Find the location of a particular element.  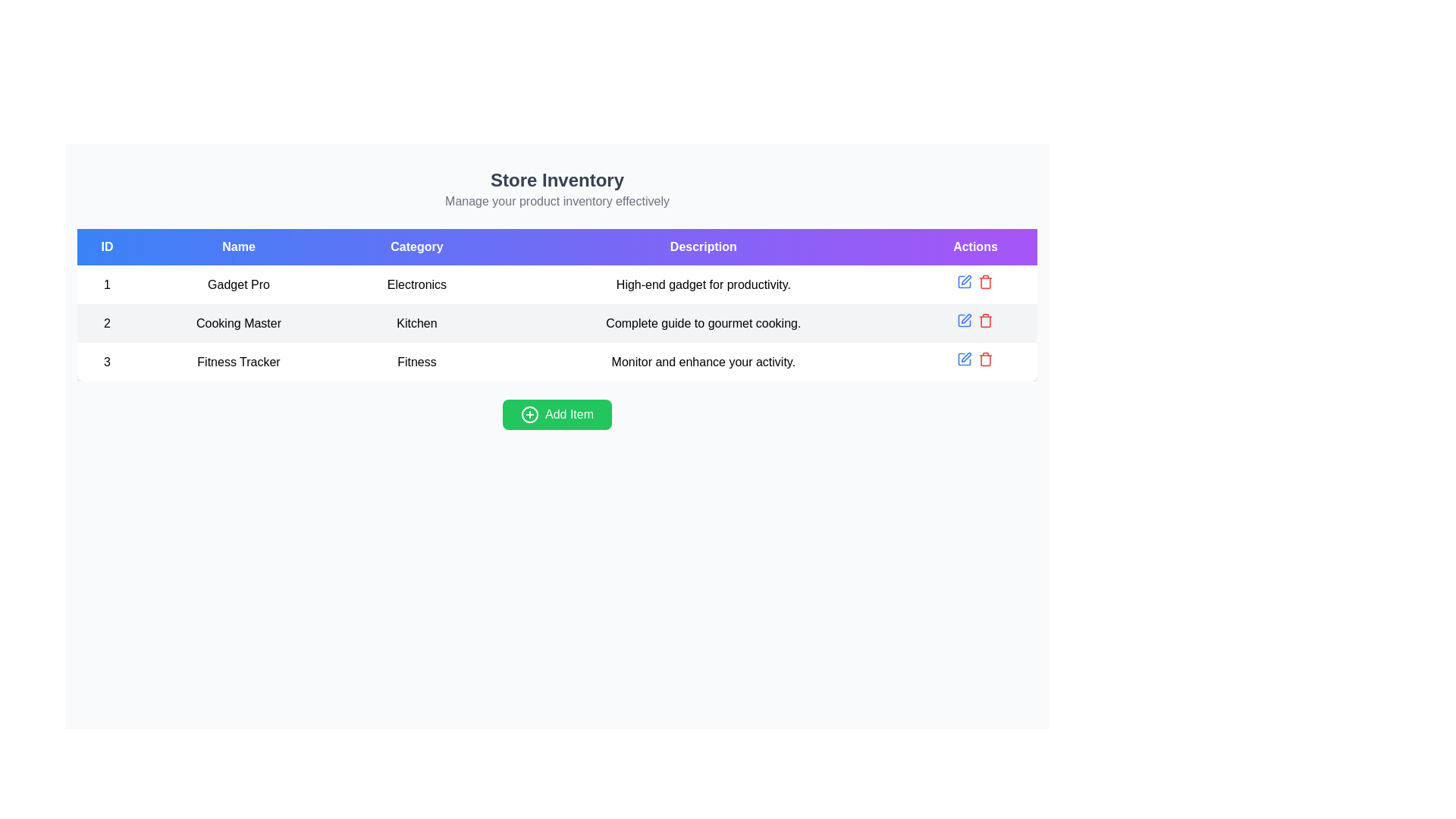

the editing action icon located in the 'Actions' column of the third row in the table, which allows the user to modify the corresponding row's details is located at coordinates (965, 357).